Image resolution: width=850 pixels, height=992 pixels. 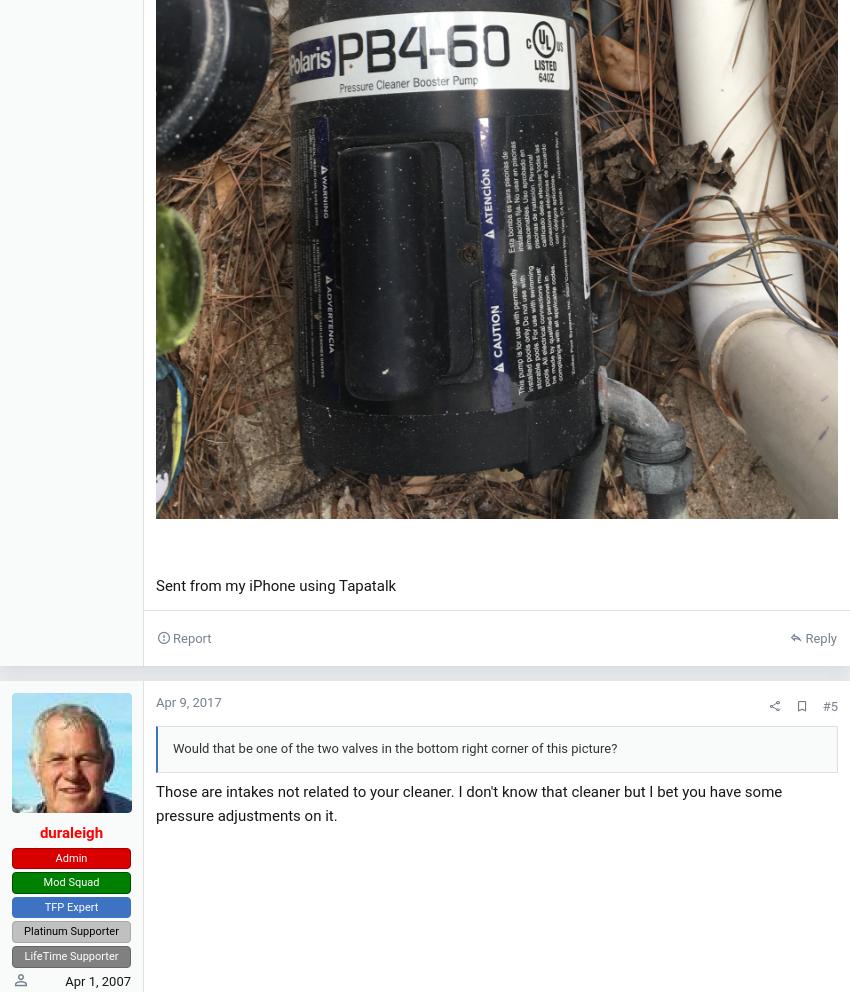 What do you see at coordinates (821, 638) in the screenshot?
I see `'Reply'` at bounding box center [821, 638].